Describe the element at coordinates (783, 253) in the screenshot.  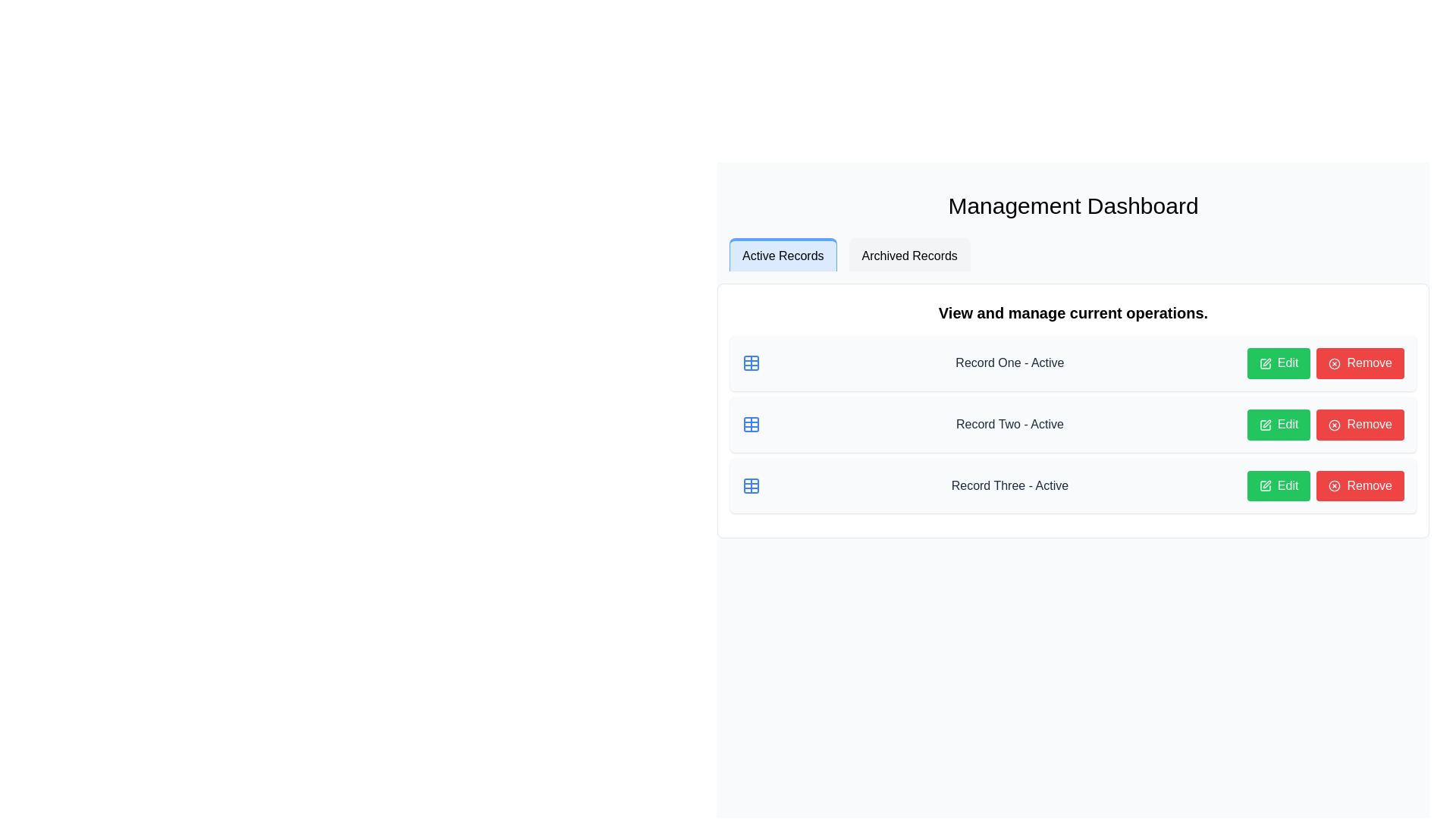
I see `the 'Active Records' Navigation Tab element` at that location.